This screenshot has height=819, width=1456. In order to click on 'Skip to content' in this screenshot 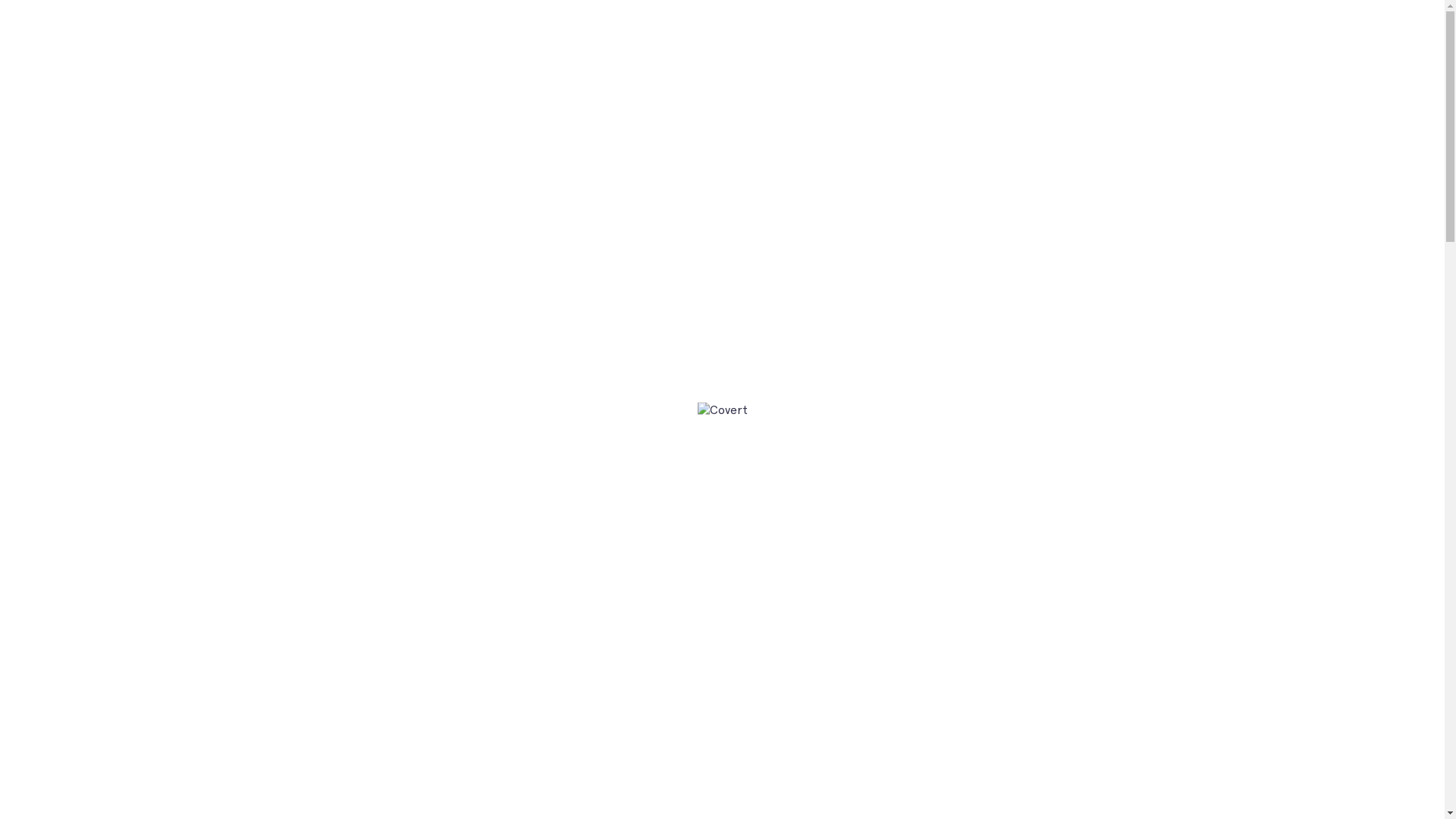, I will do `click(0, 0)`.